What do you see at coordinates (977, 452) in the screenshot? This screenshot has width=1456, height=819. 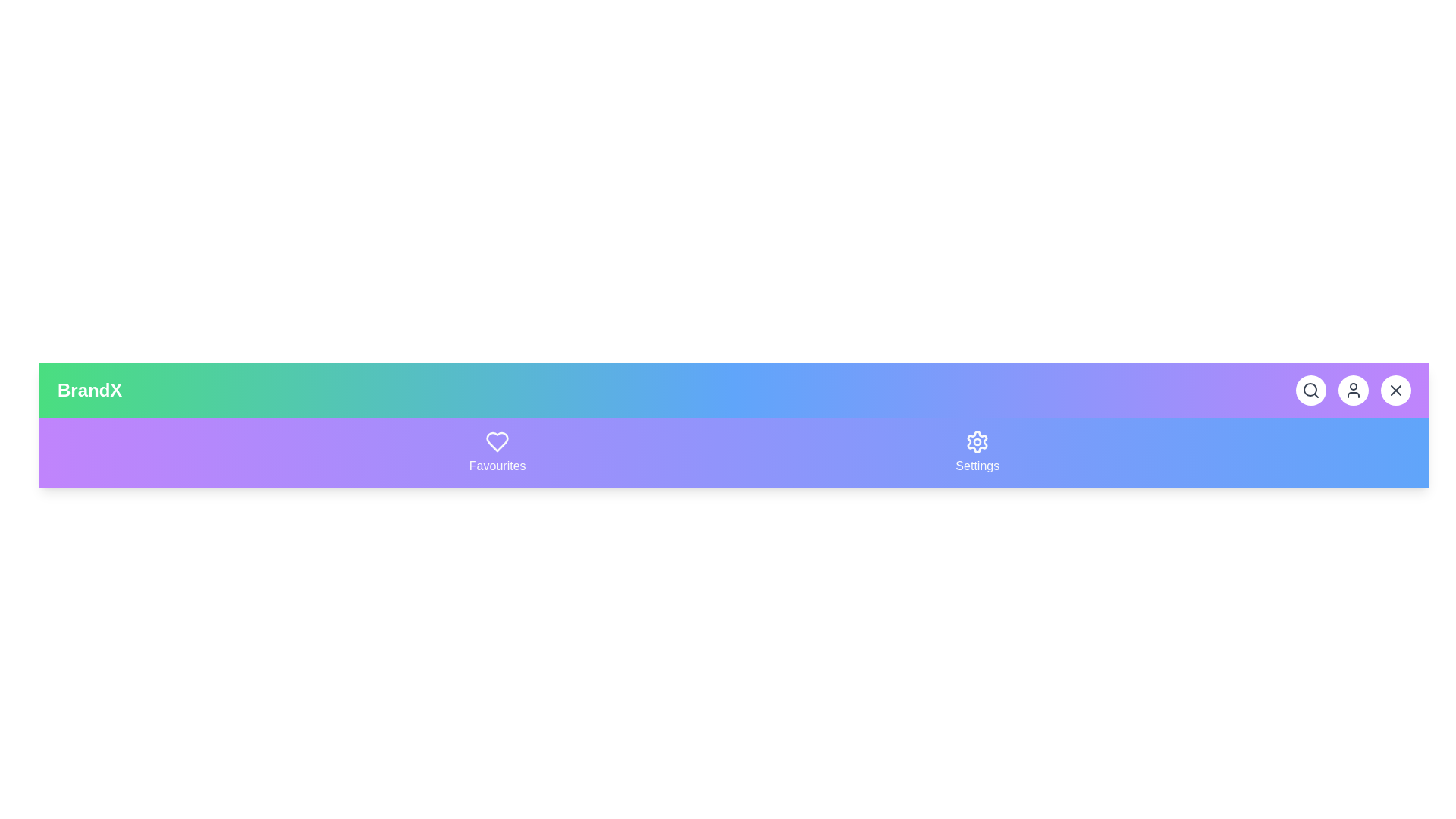 I see `the 'Settings' button in the menu` at bounding box center [977, 452].